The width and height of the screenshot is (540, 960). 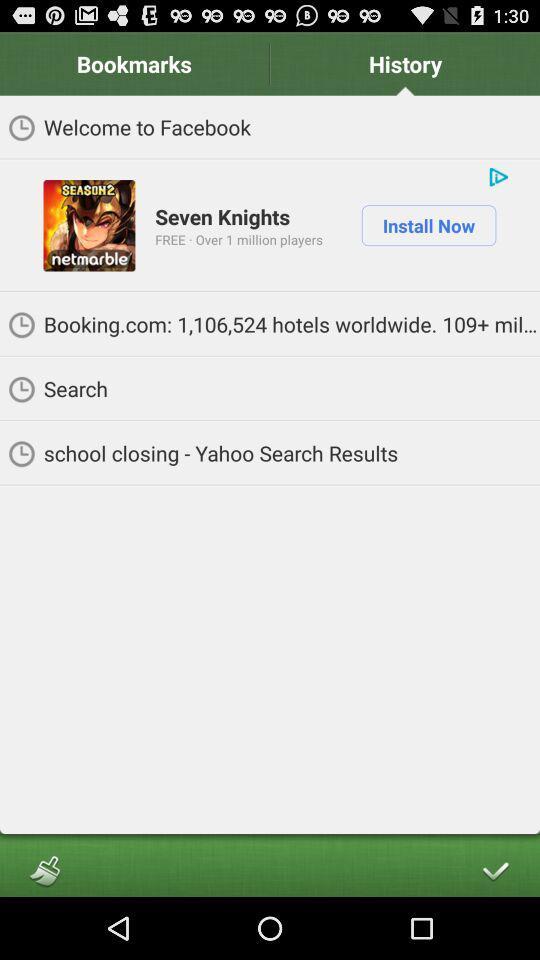 What do you see at coordinates (427, 225) in the screenshot?
I see `the item above booking com 1` at bounding box center [427, 225].